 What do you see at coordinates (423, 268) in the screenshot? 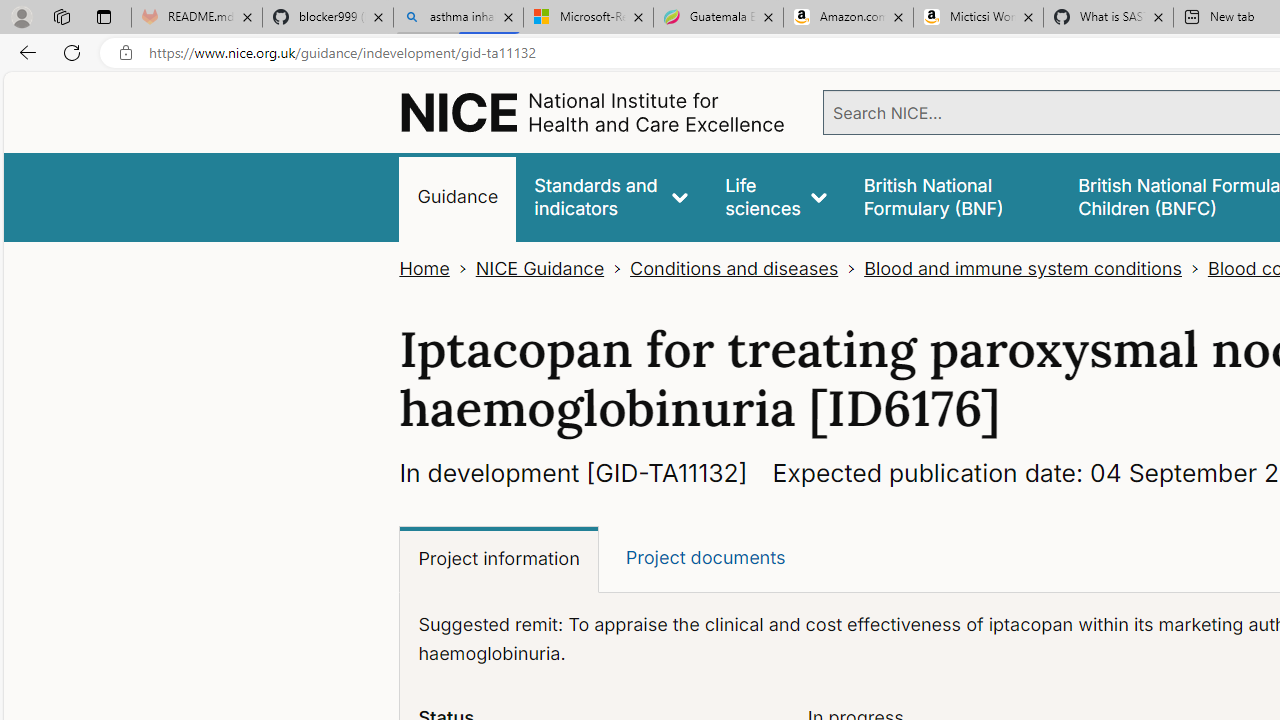
I see `'Home'` at bounding box center [423, 268].